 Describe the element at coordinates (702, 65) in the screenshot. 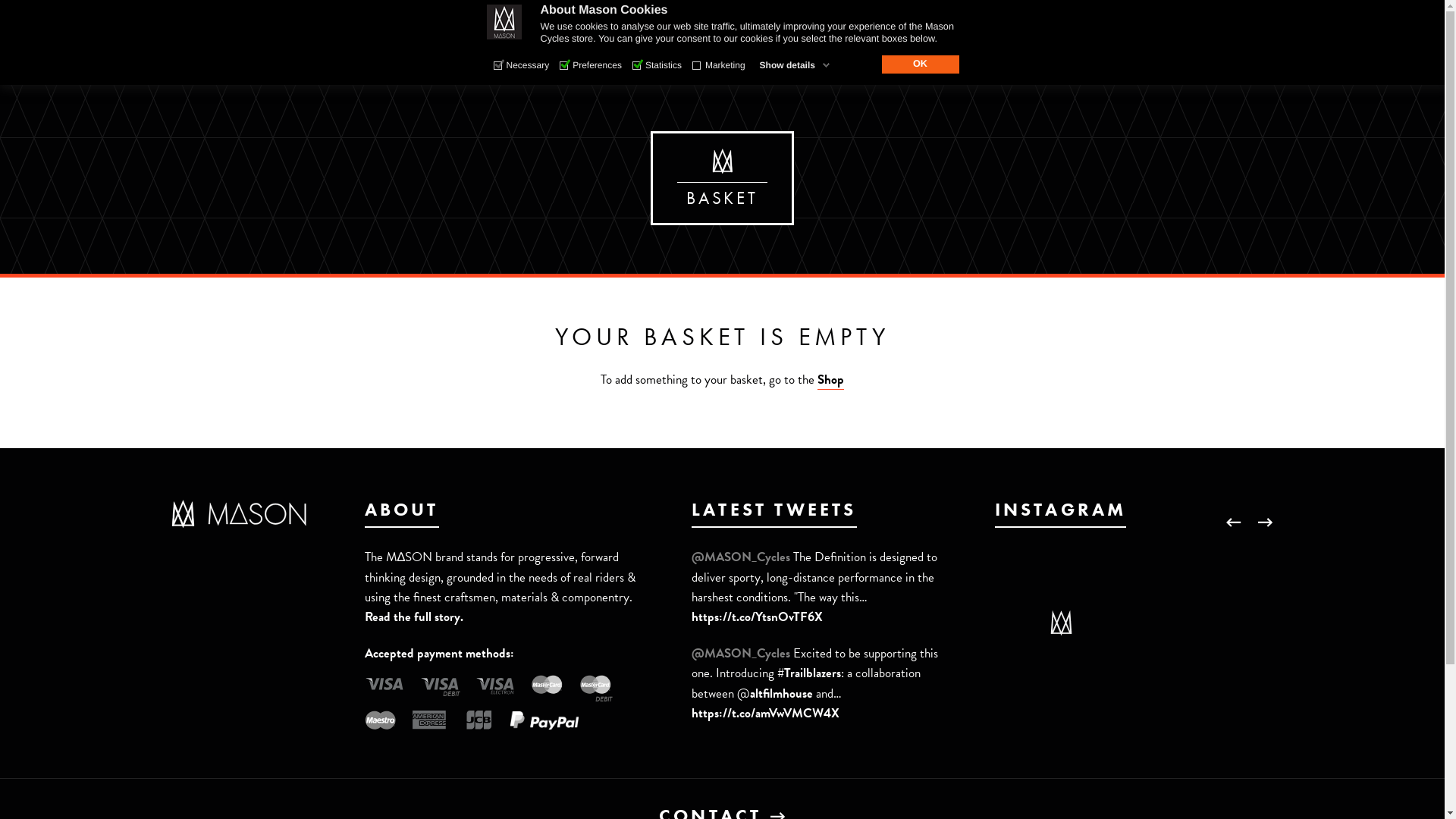

I see `'ACCESSORIES + UPGRADES'` at that location.